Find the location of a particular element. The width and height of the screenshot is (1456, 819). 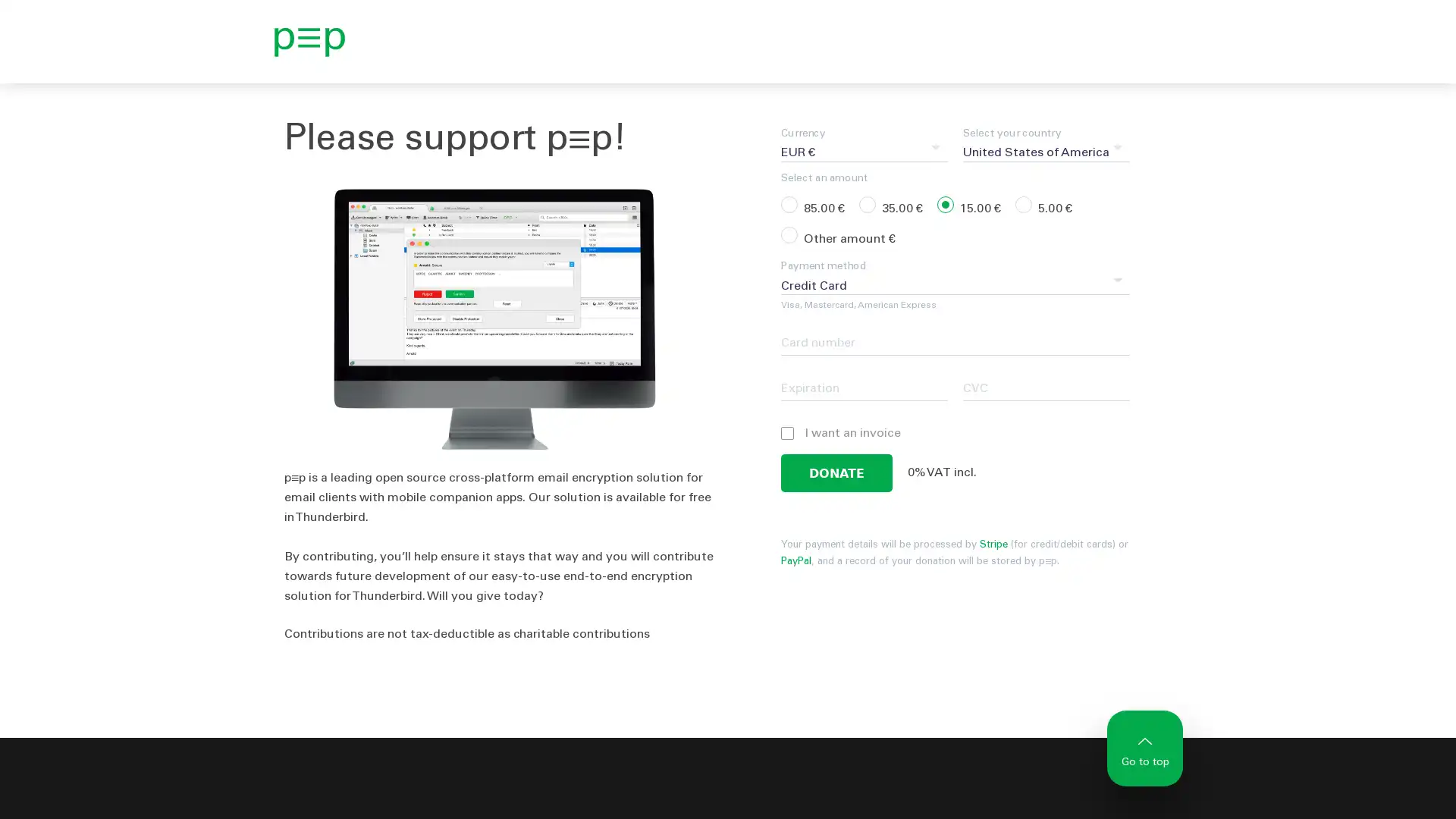

DONATE is located at coordinates (836, 472).